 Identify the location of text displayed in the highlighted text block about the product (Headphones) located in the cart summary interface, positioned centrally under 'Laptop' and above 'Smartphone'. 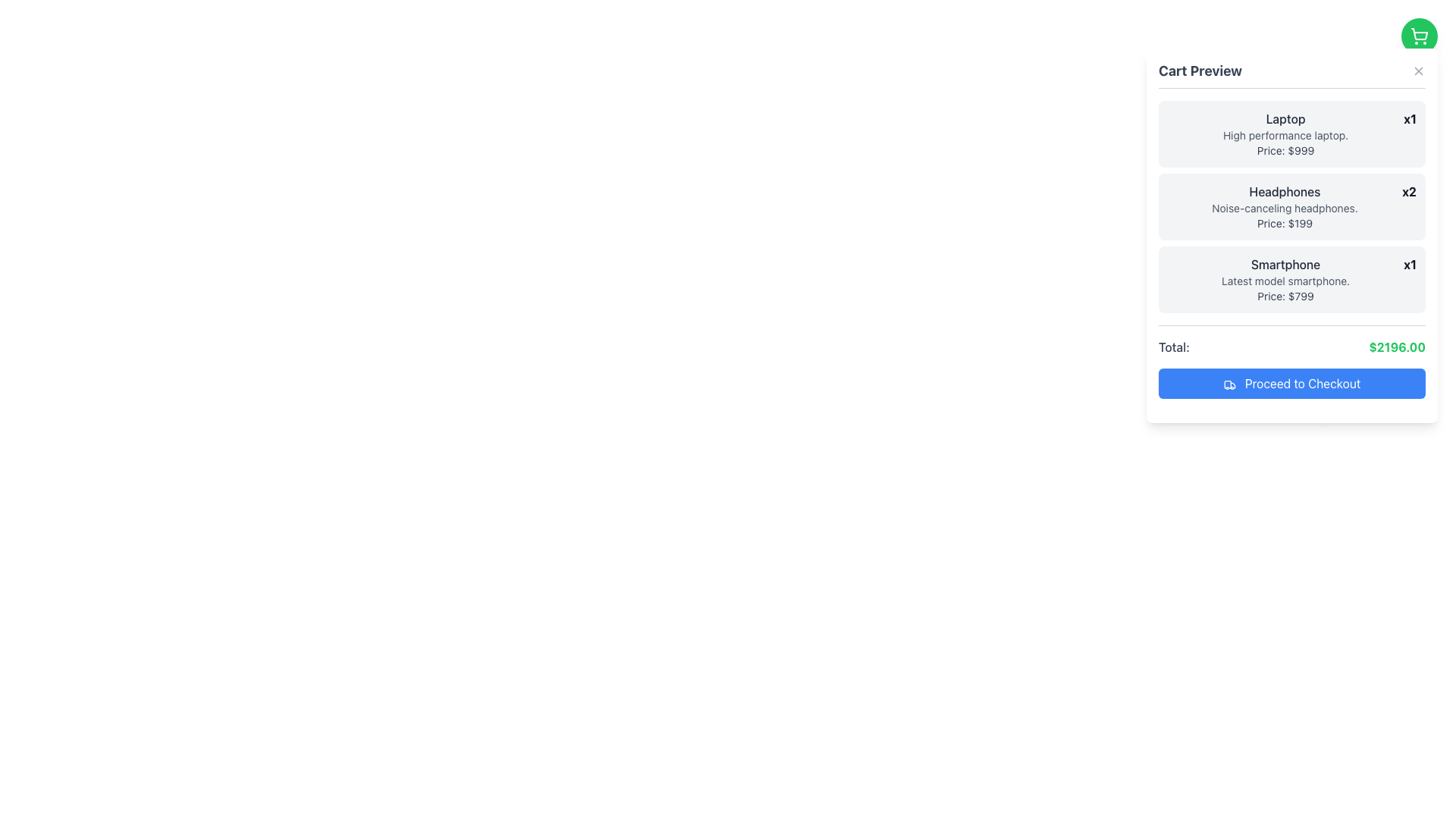
(1284, 207).